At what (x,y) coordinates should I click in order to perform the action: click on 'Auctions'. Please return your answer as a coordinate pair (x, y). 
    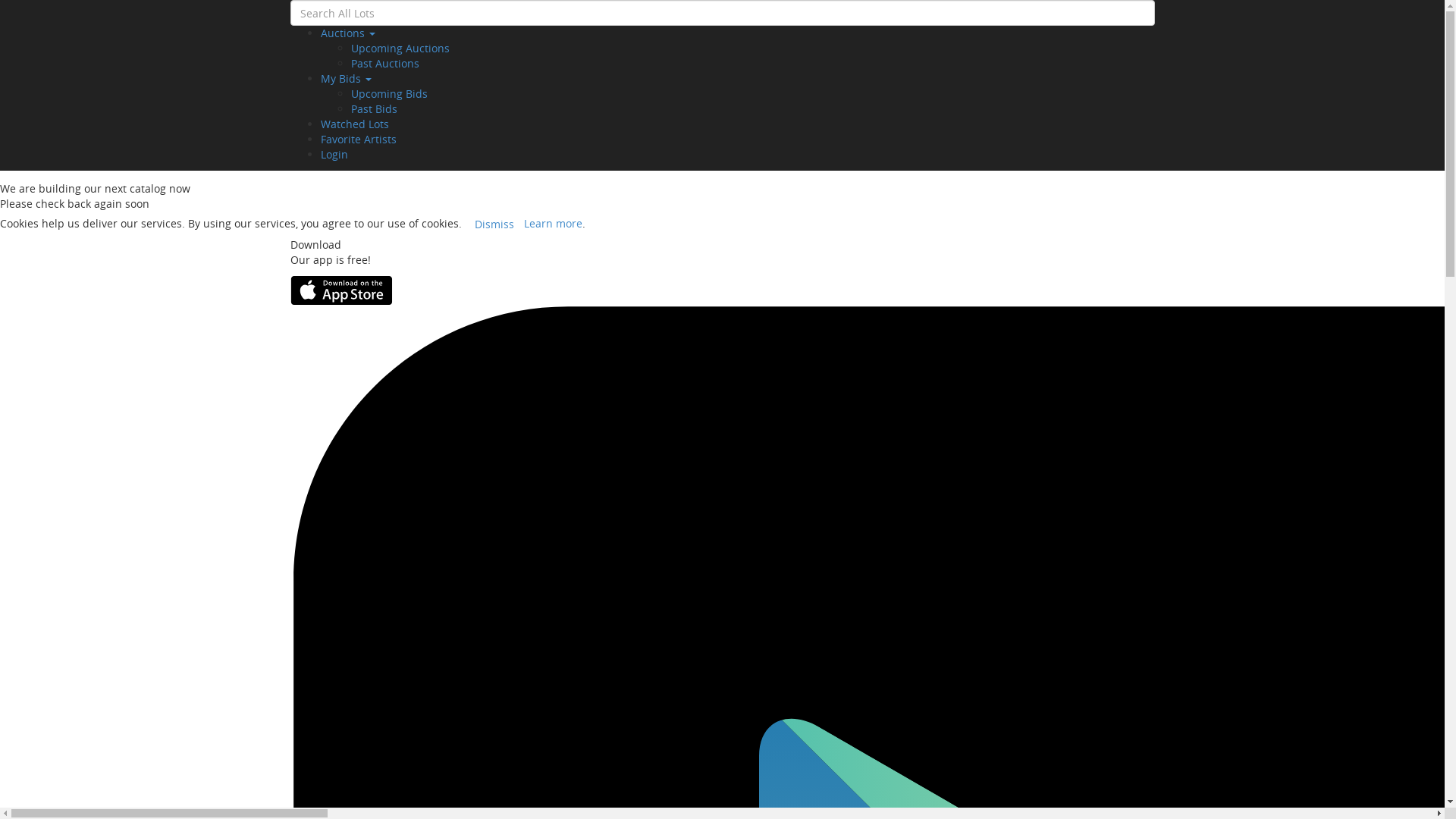
    Looking at the image, I should click on (346, 33).